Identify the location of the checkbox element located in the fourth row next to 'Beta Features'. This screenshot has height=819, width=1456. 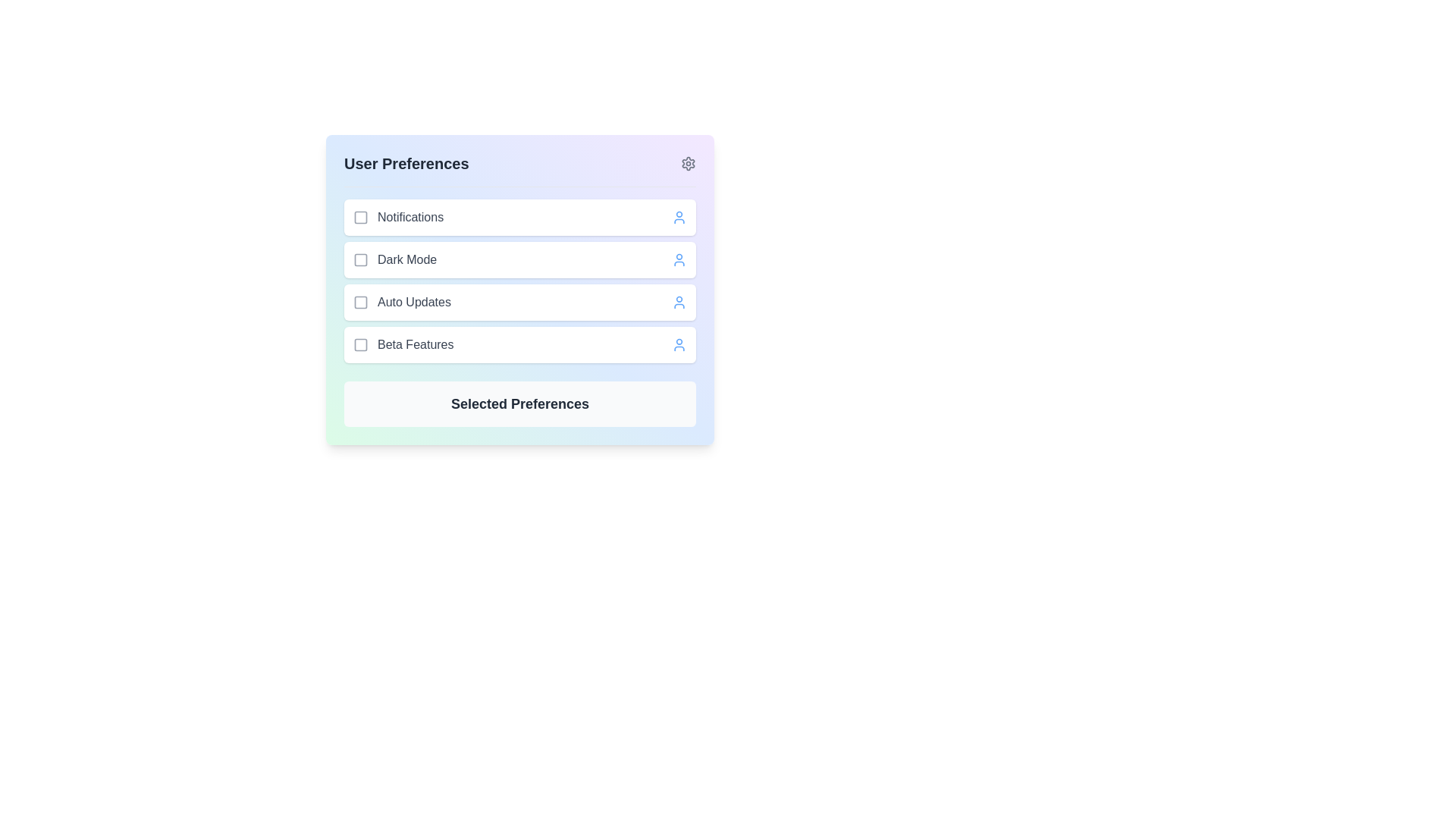
(359, 345).